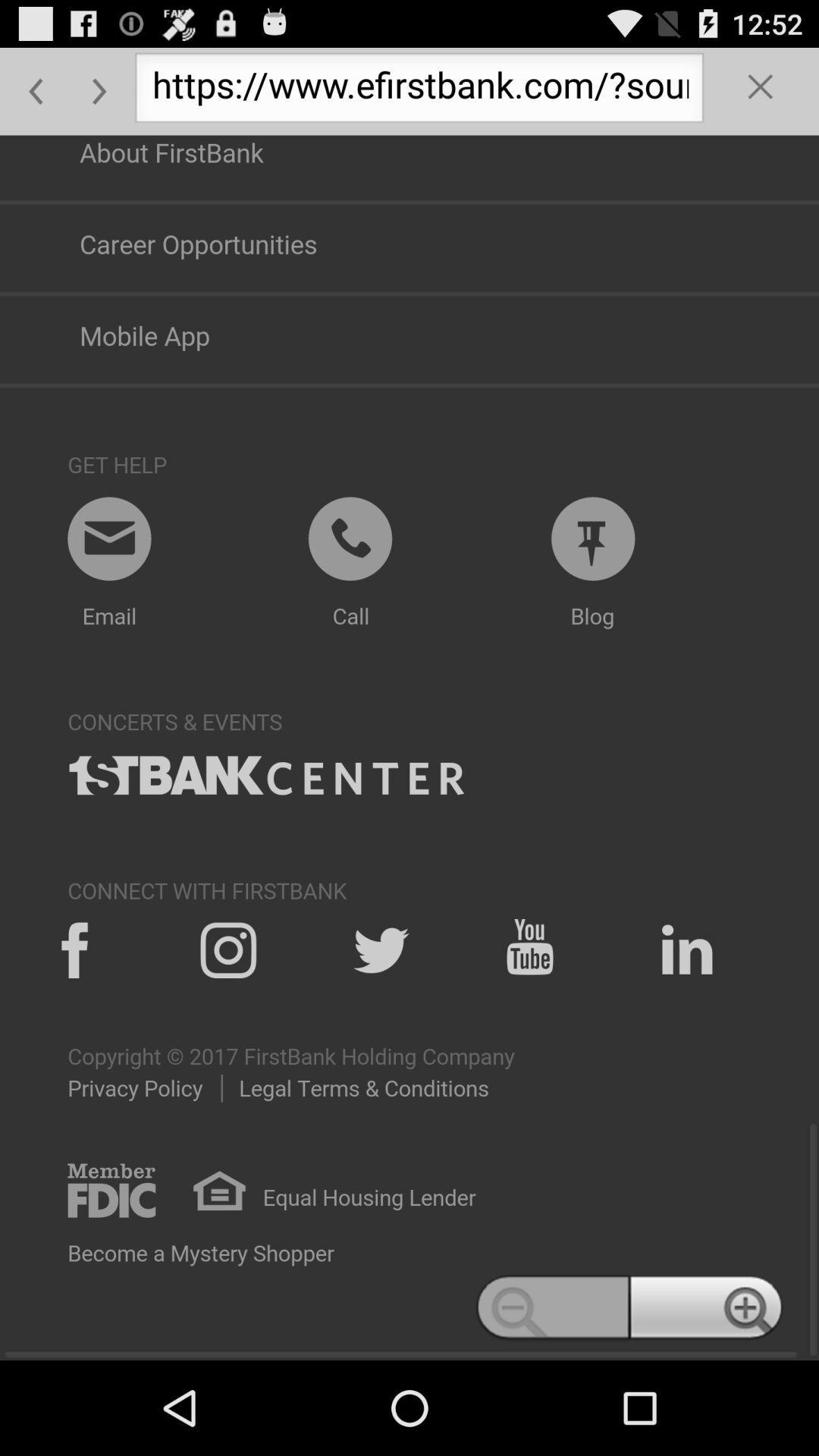 The width and height of the screenshot is (819, 1456). What do you see at coordinates (99, 97) in the screenshot?
I see `the arrow_forward icon` at bounding box center [99, 97].